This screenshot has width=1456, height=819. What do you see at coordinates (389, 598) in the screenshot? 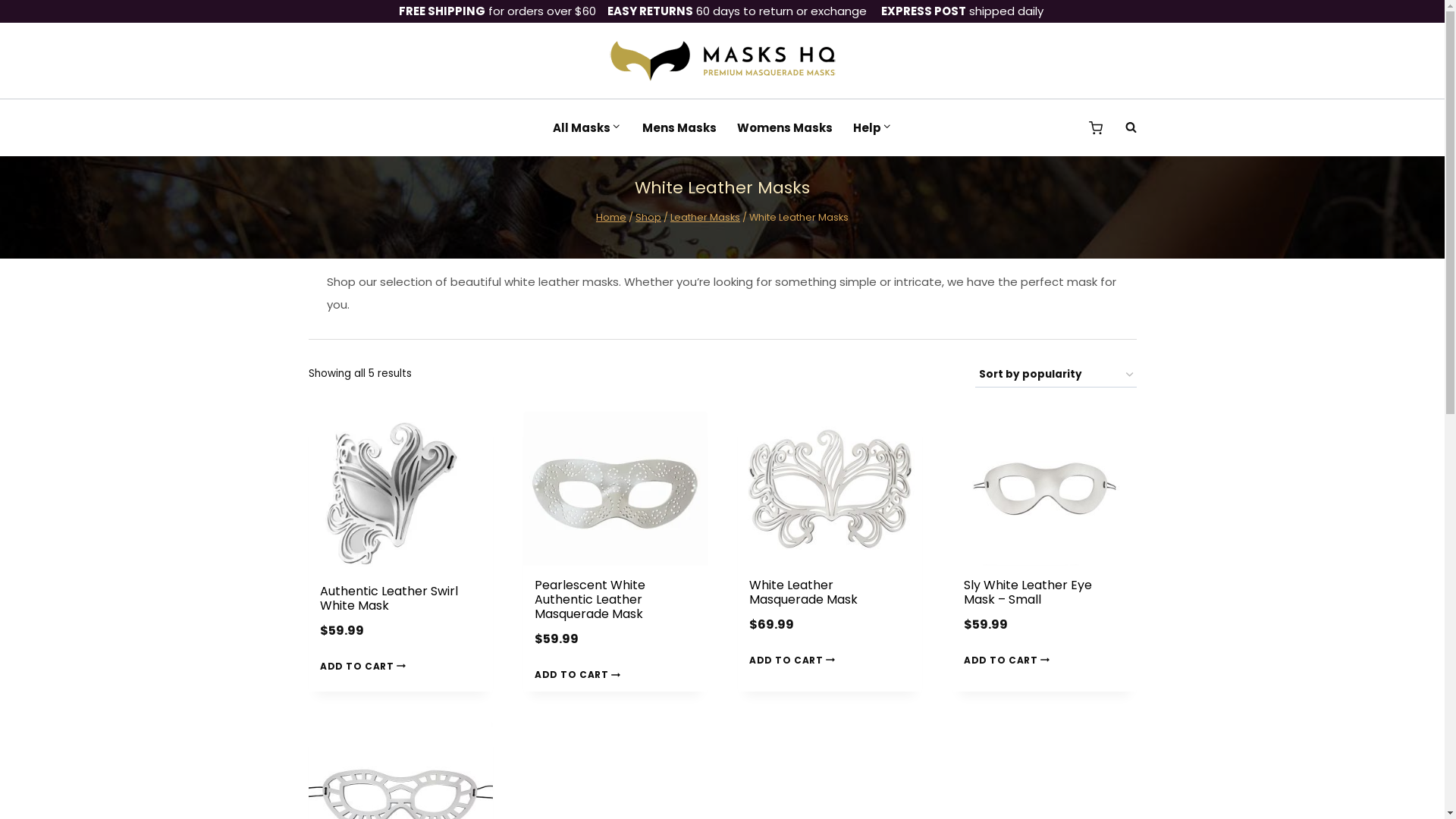
I see `'Authentic Leather Swirl White Mask'` at bounding box center [389, 598].